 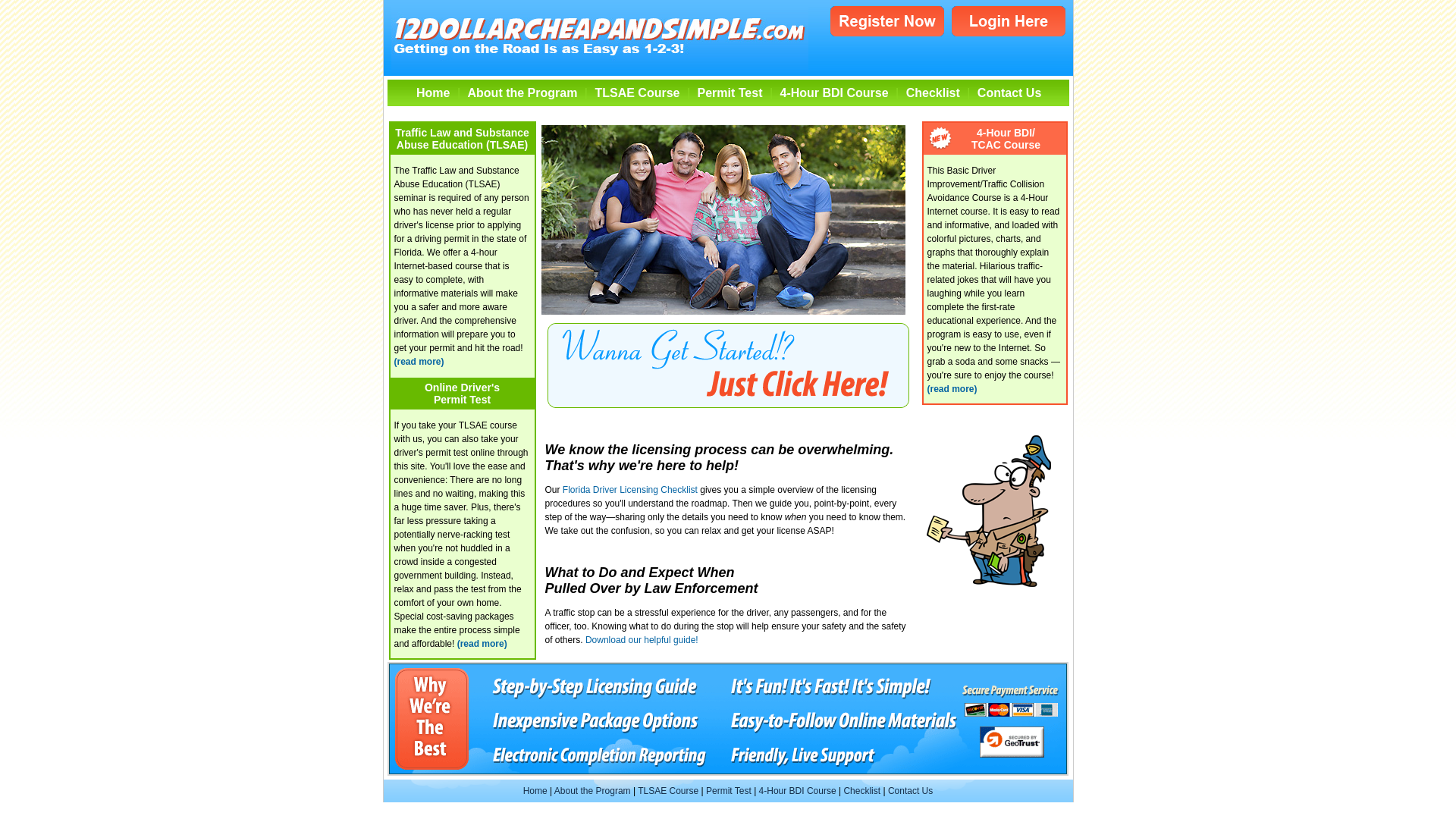 What do you see at coordinates (861, 789) in the screenshot?
I see `'Checklist'` at bounding box center [861, 789].